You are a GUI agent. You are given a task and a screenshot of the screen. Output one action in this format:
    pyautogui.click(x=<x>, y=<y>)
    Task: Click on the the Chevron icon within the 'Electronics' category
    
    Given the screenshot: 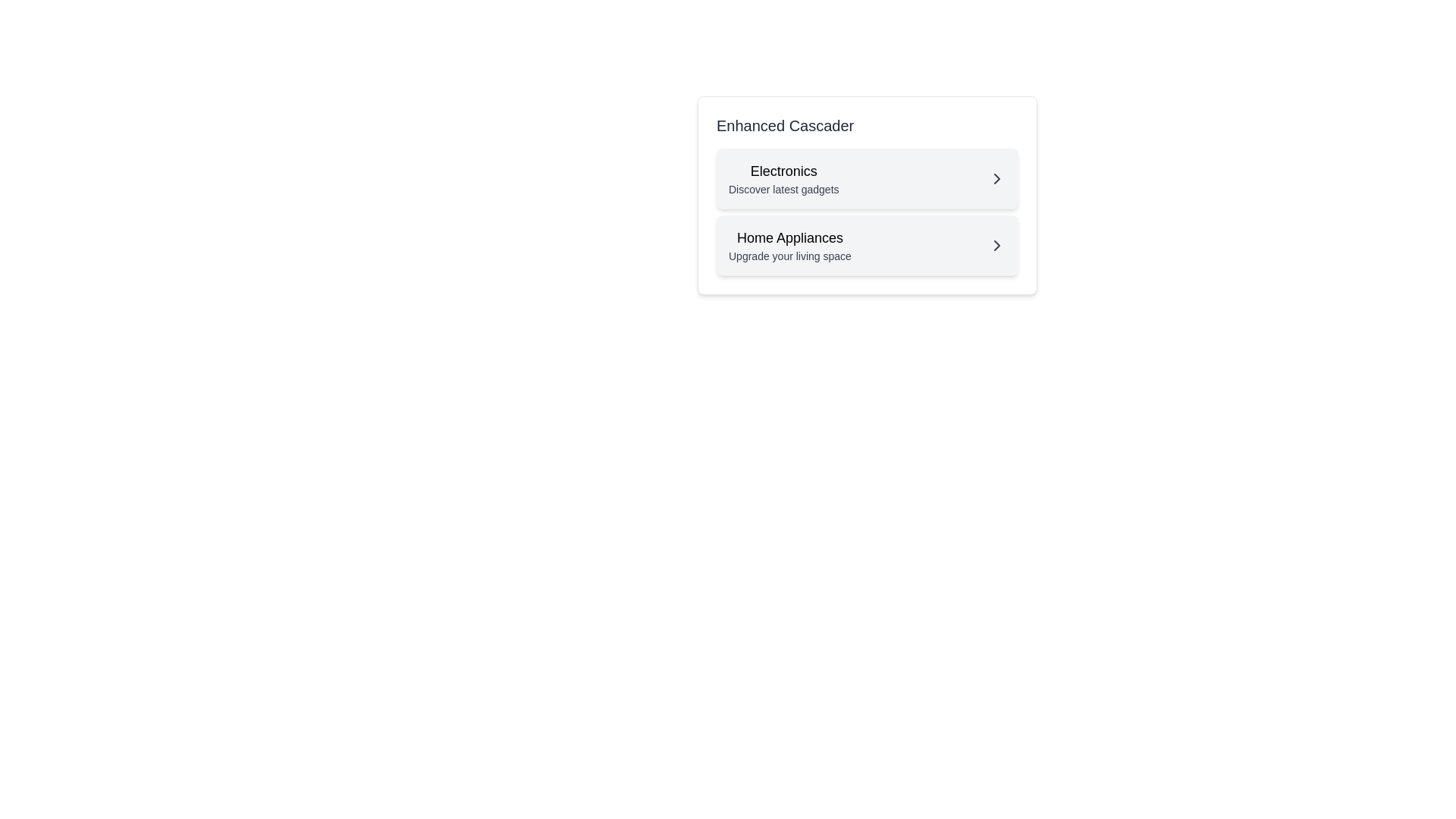 What is the action you would take?
    pyautogui.click(x=997, y=177)
    